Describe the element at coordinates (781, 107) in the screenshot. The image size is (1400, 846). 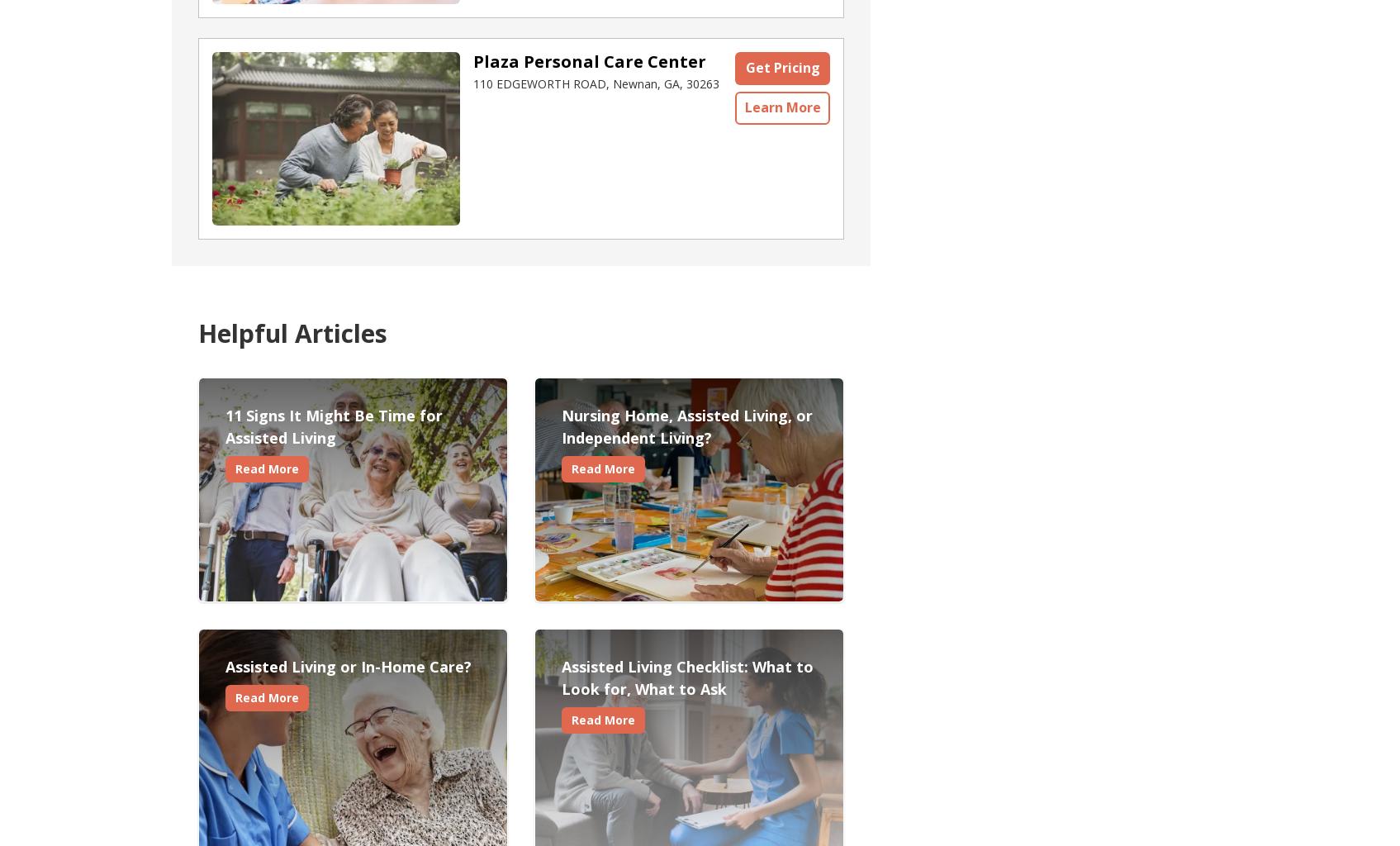
I see `'Learn More'` at that location.